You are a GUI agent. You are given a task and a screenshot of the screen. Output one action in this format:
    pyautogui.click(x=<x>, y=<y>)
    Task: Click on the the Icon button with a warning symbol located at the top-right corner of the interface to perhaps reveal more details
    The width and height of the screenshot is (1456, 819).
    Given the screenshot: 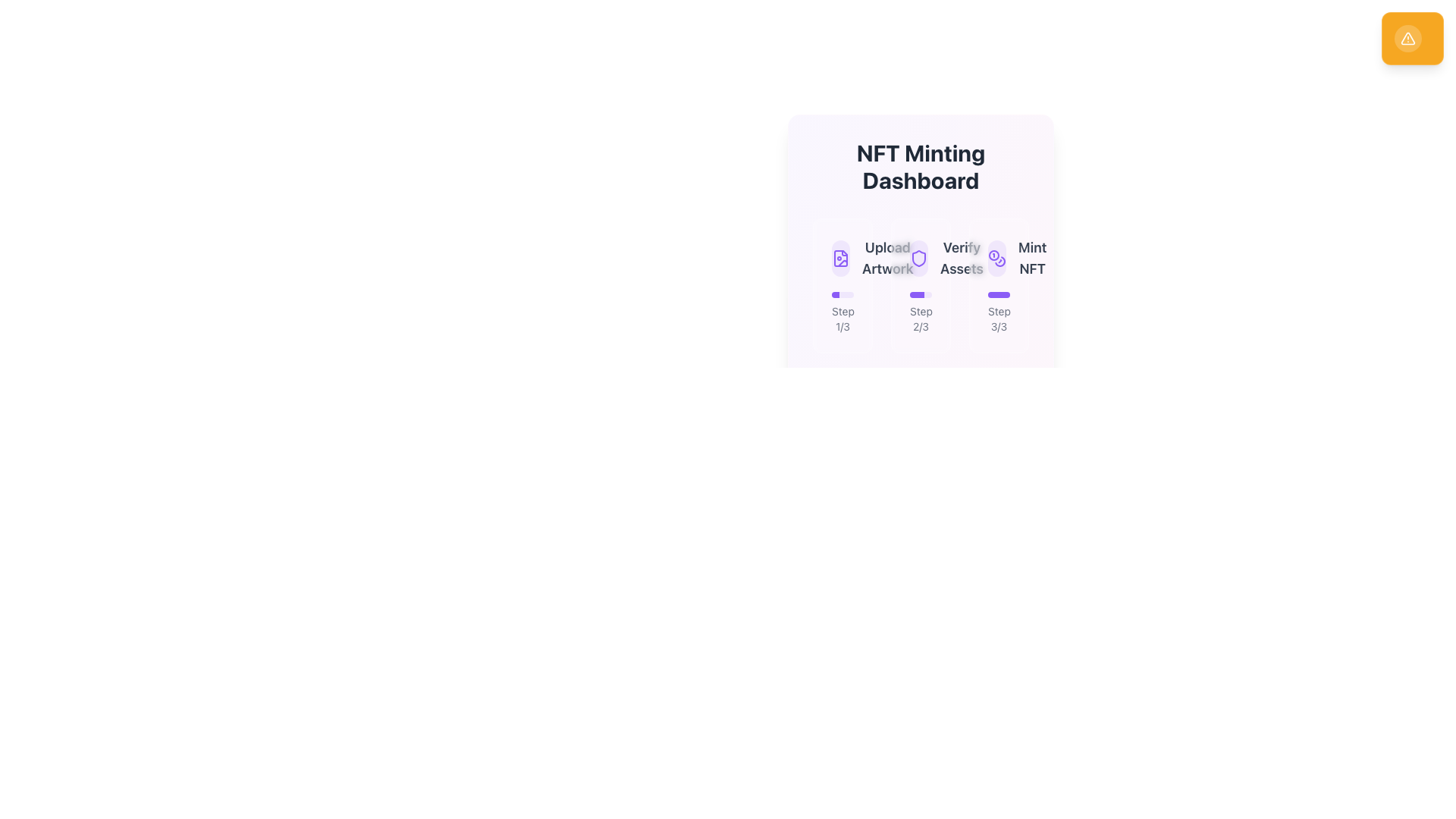 What is the action you would take?
    pyautogui.click(x=1407, y=37)
    